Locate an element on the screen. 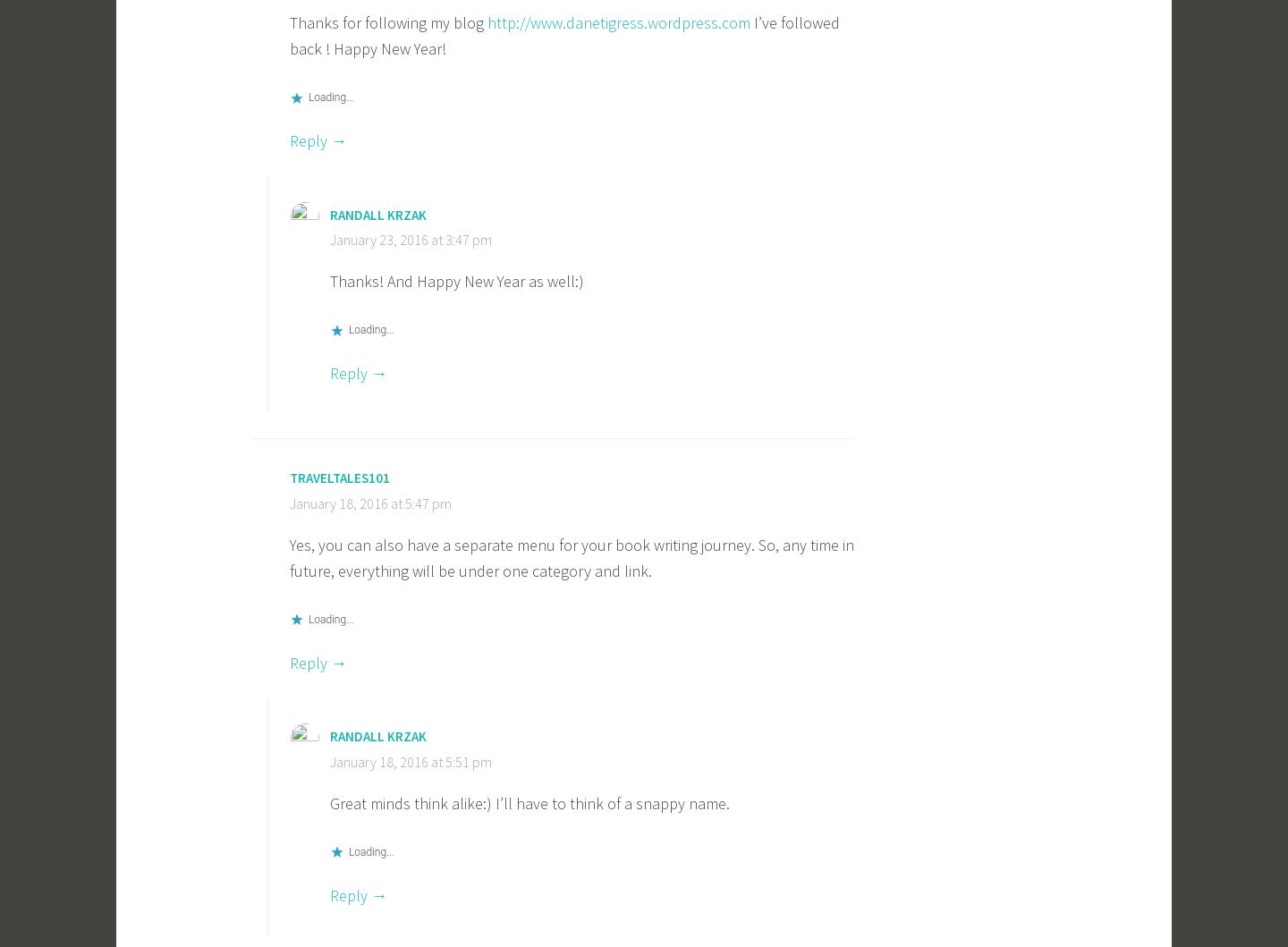 The height and width of the screenshot is (947, 1288). 'January 23, 2016 at 3:47 pm' is located at coordinates (411, 240).